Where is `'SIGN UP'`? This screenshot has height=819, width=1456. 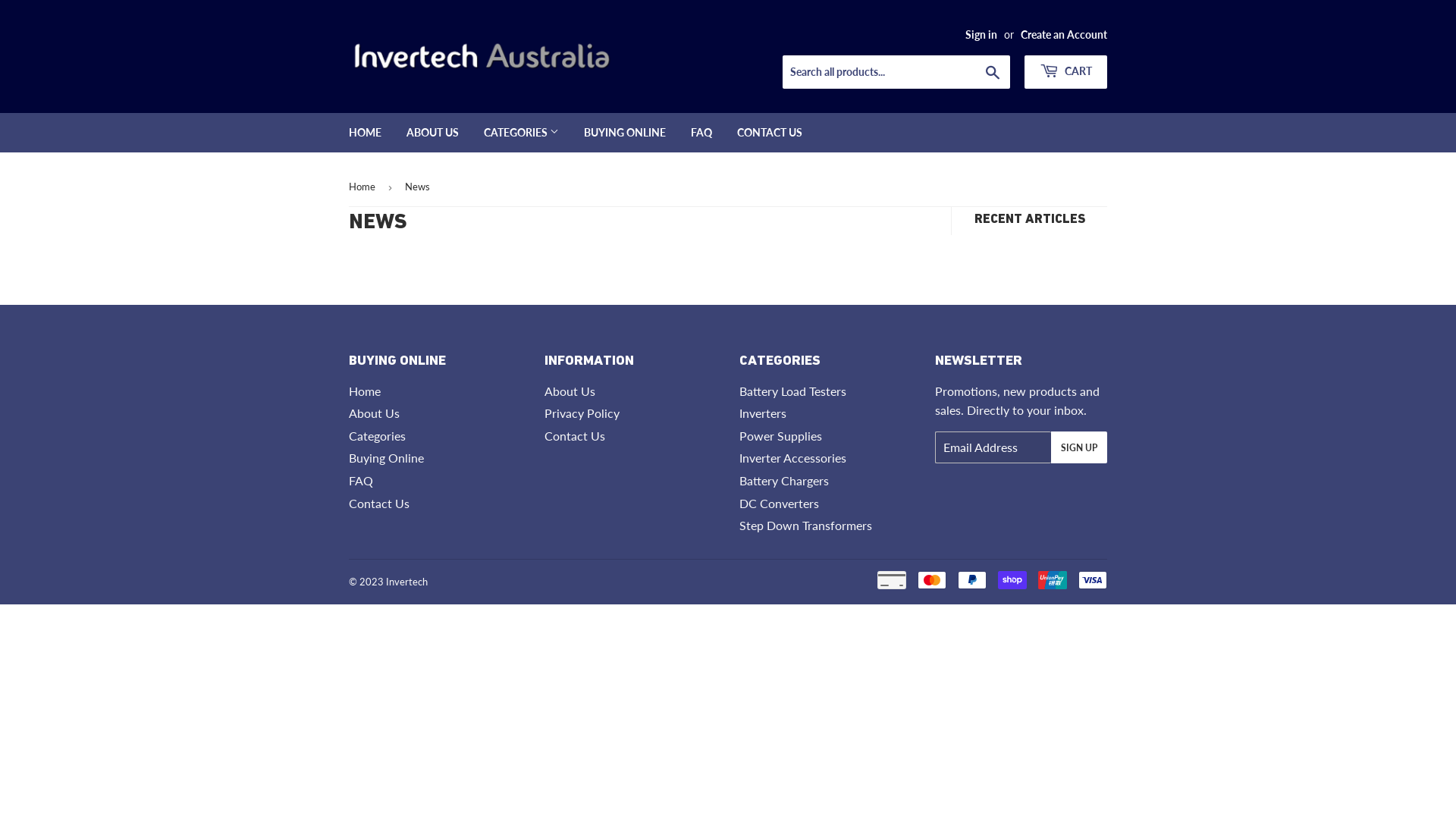 'SIGN UP' is located at coordinates (1078, 447).